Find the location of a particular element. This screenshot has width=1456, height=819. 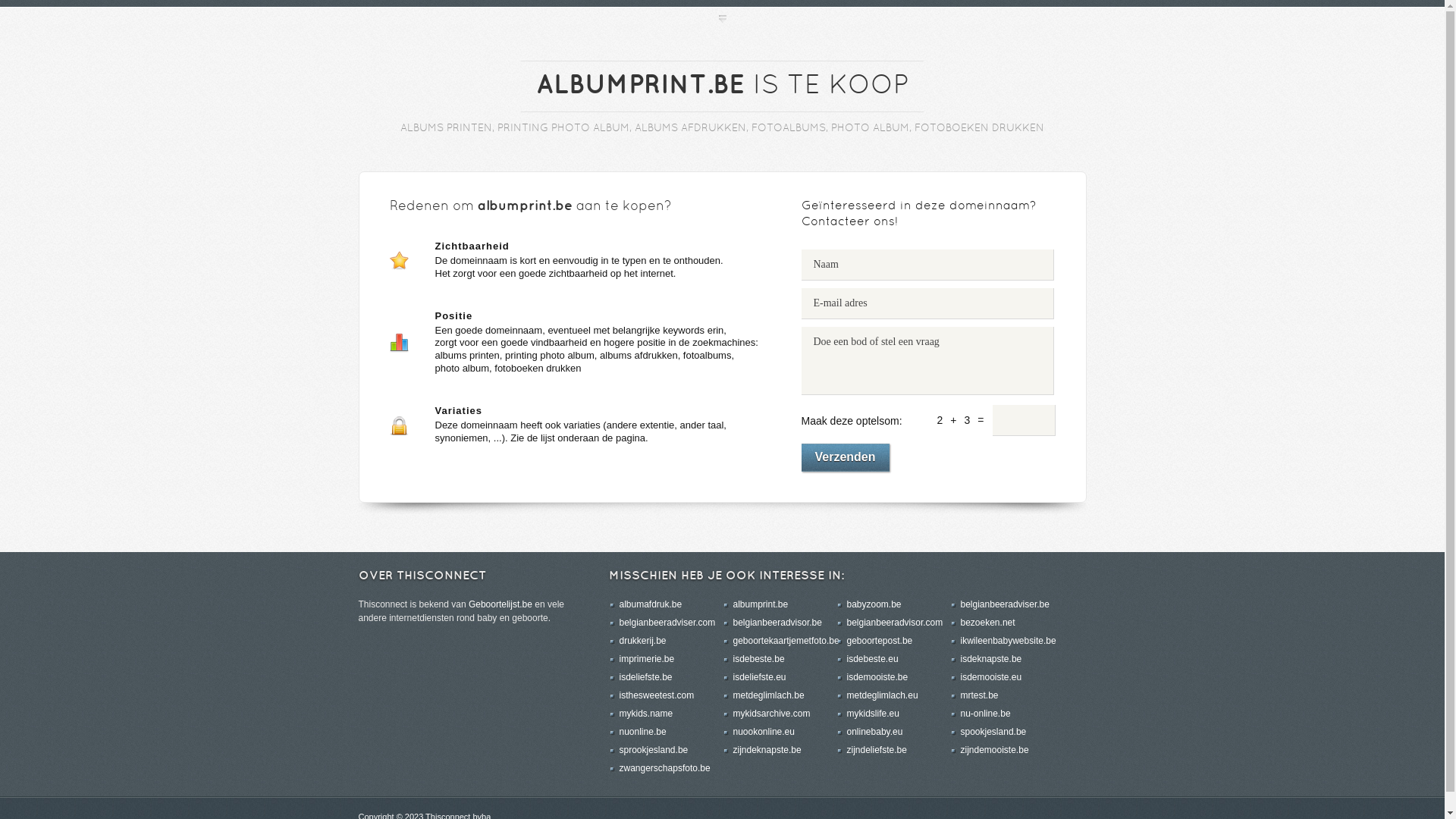

'ikwileenbabywebsite.be' is located at coordinates (959, 640).